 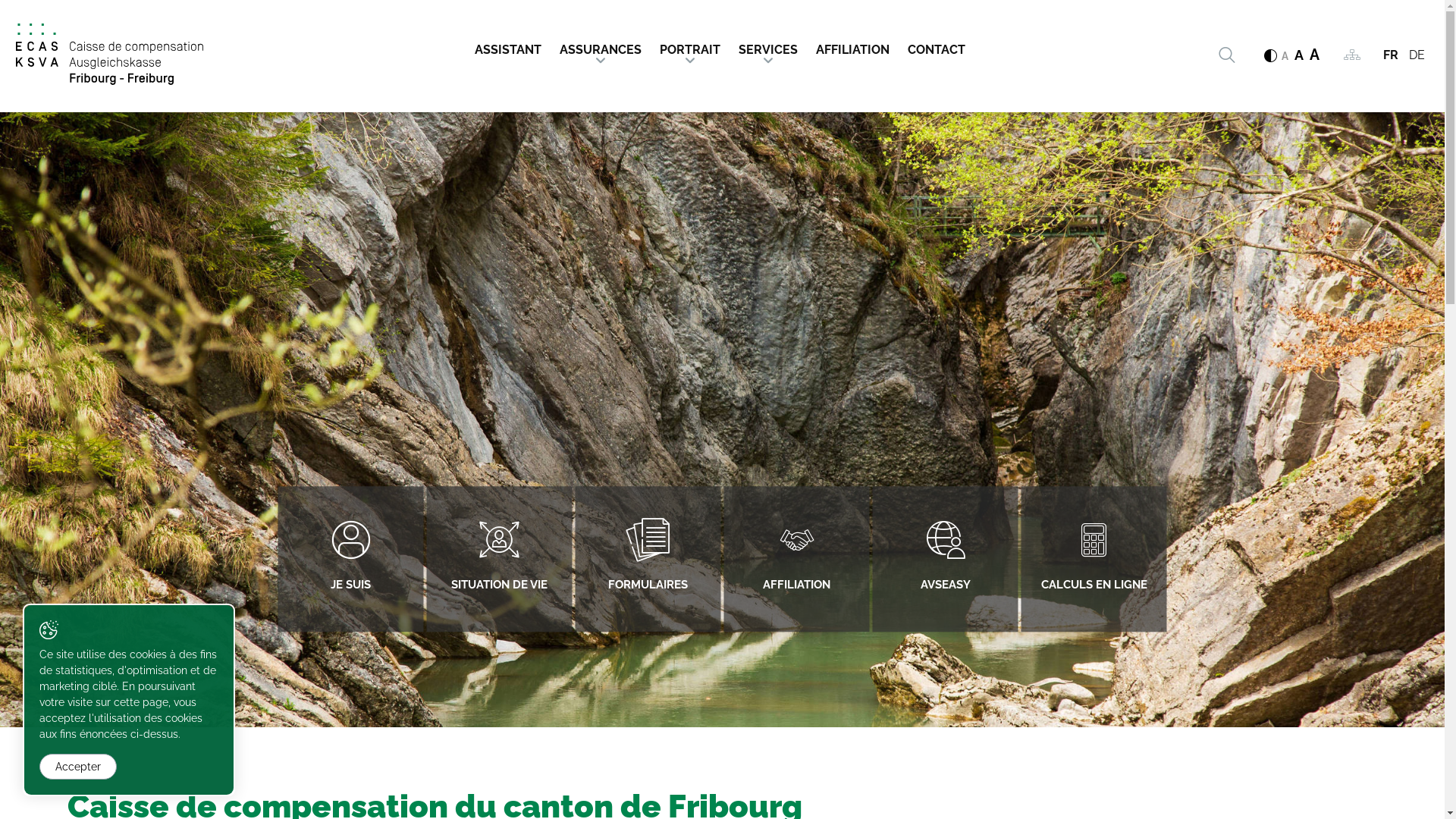 I want to click on 'Accepter', so click(x=39, y=766).